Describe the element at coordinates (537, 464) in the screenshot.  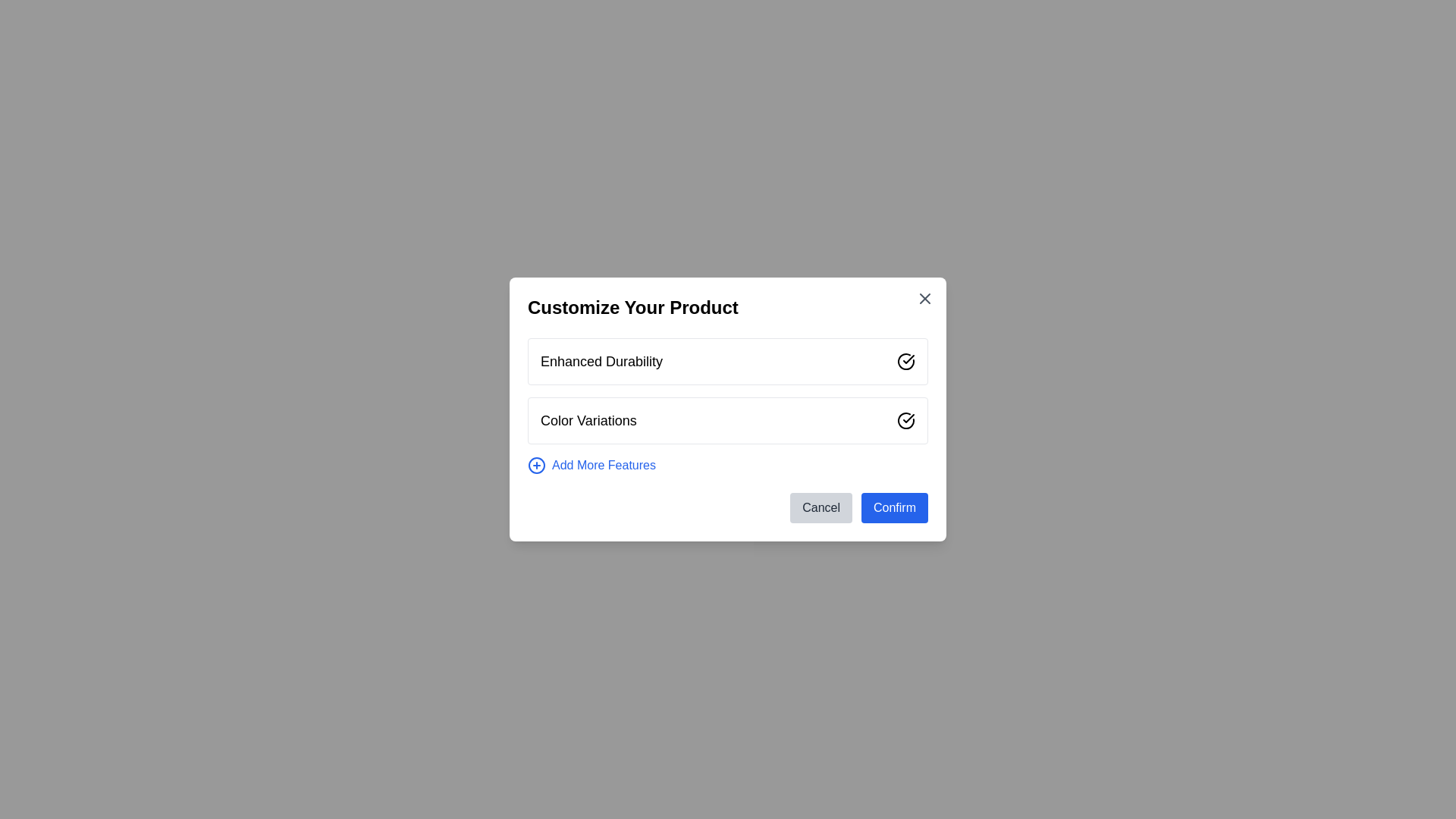
I see `the circular '+' icon with a blue outline, located to the left of the 'Add More Features' text` at that location.